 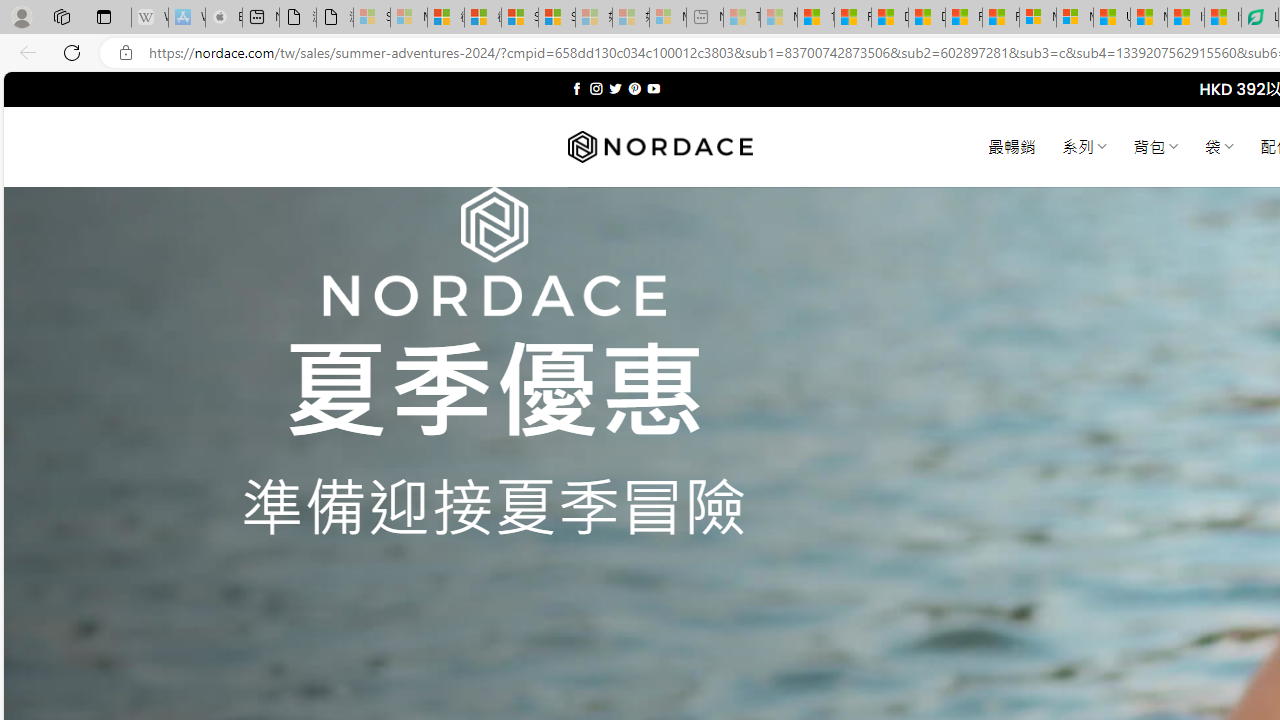 I want to click on 'Follow on Twitter', so click(x=614, y=88).